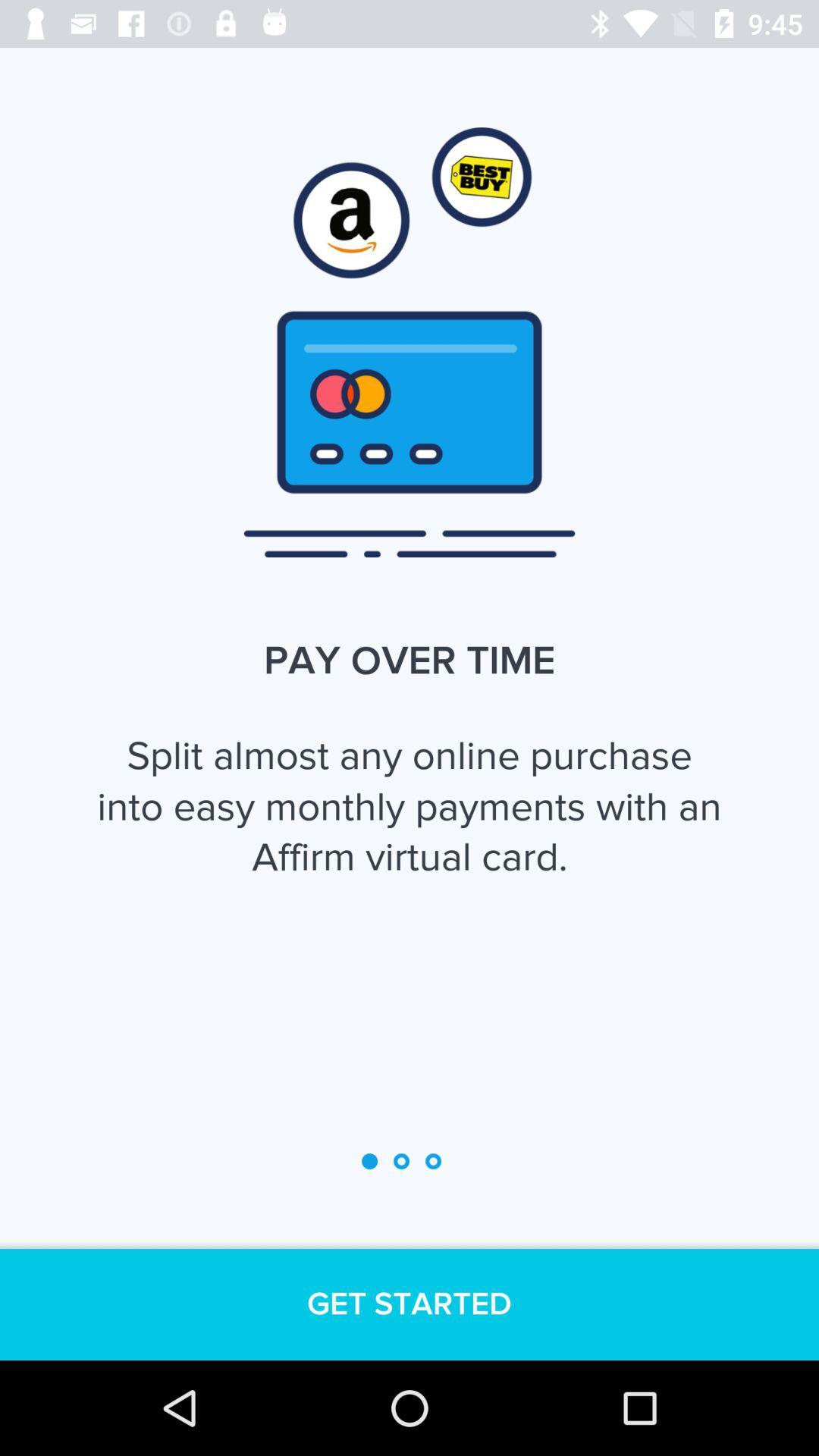 The image size is (819, 1456). I want to click on the get started, so click(409, 1304).